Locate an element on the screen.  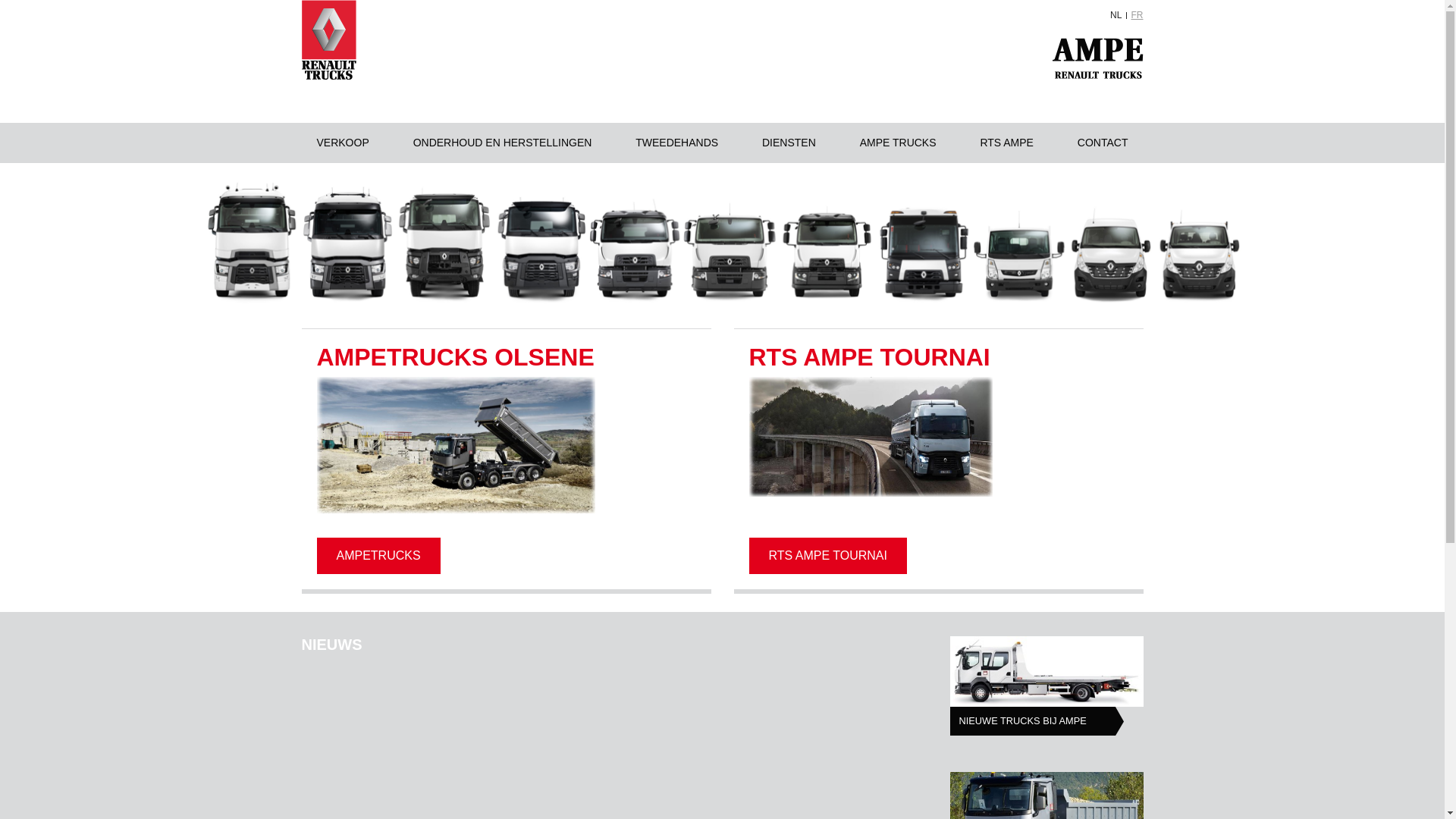
'VERKOOP' is located at coordinates (342, 143).